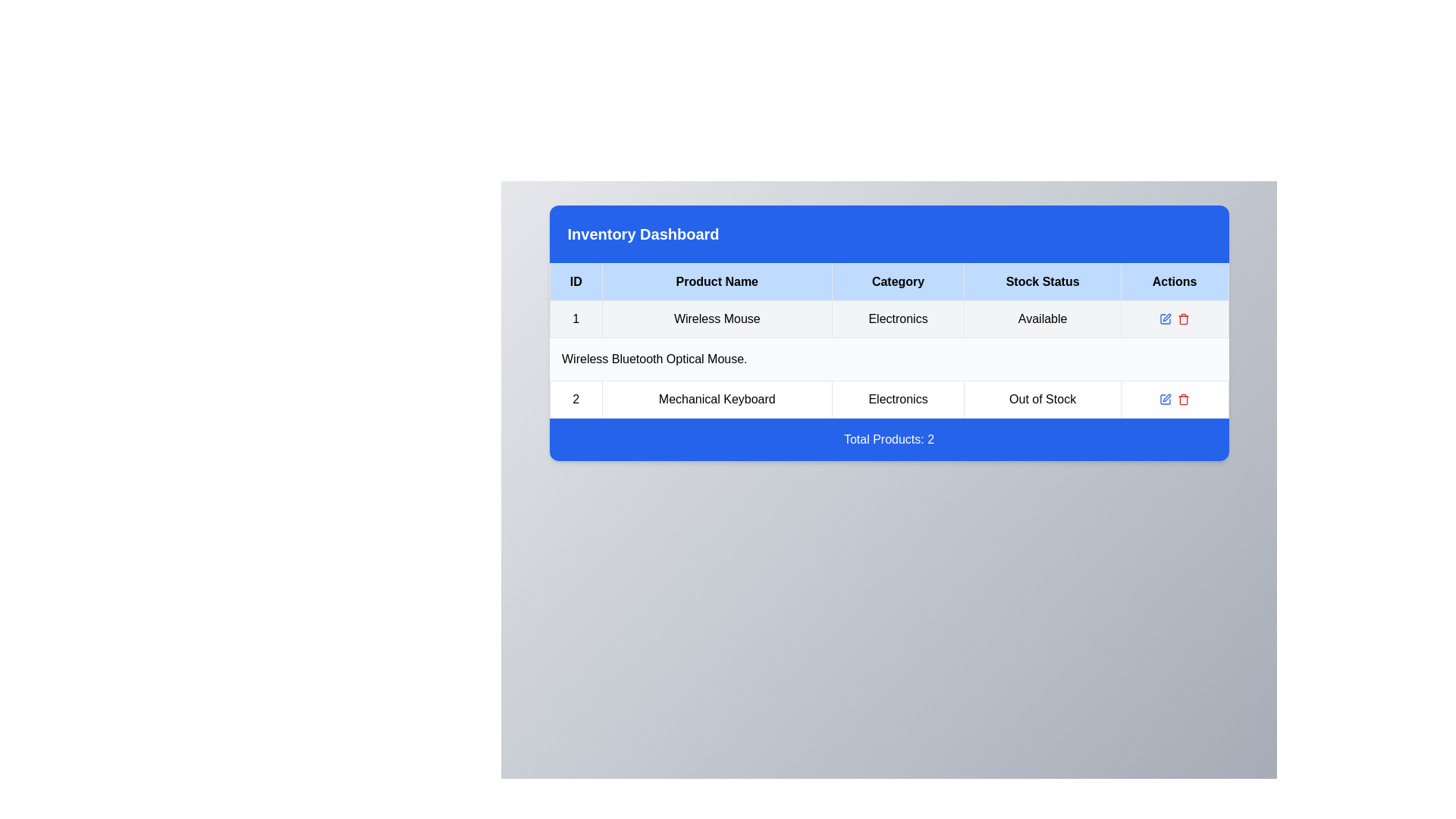 This screenshot has width=1456, height=819. I want to click on the graphical icon in the 'Actions' column of the table row for the 'Mechanical Keyboard' product, which resembles a partial square with a missing portion, so click(1165, 399).